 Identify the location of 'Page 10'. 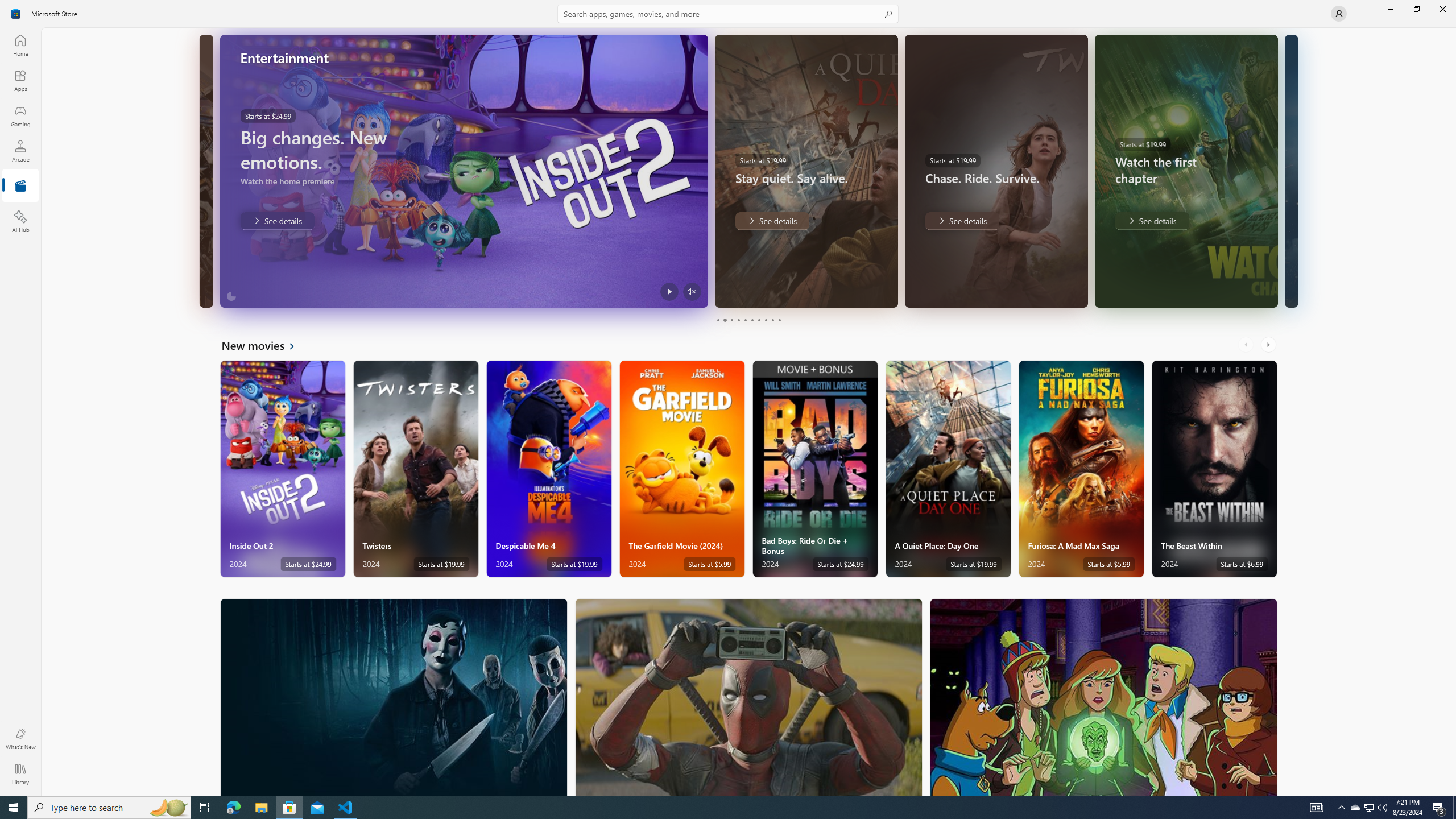
(779, 320).